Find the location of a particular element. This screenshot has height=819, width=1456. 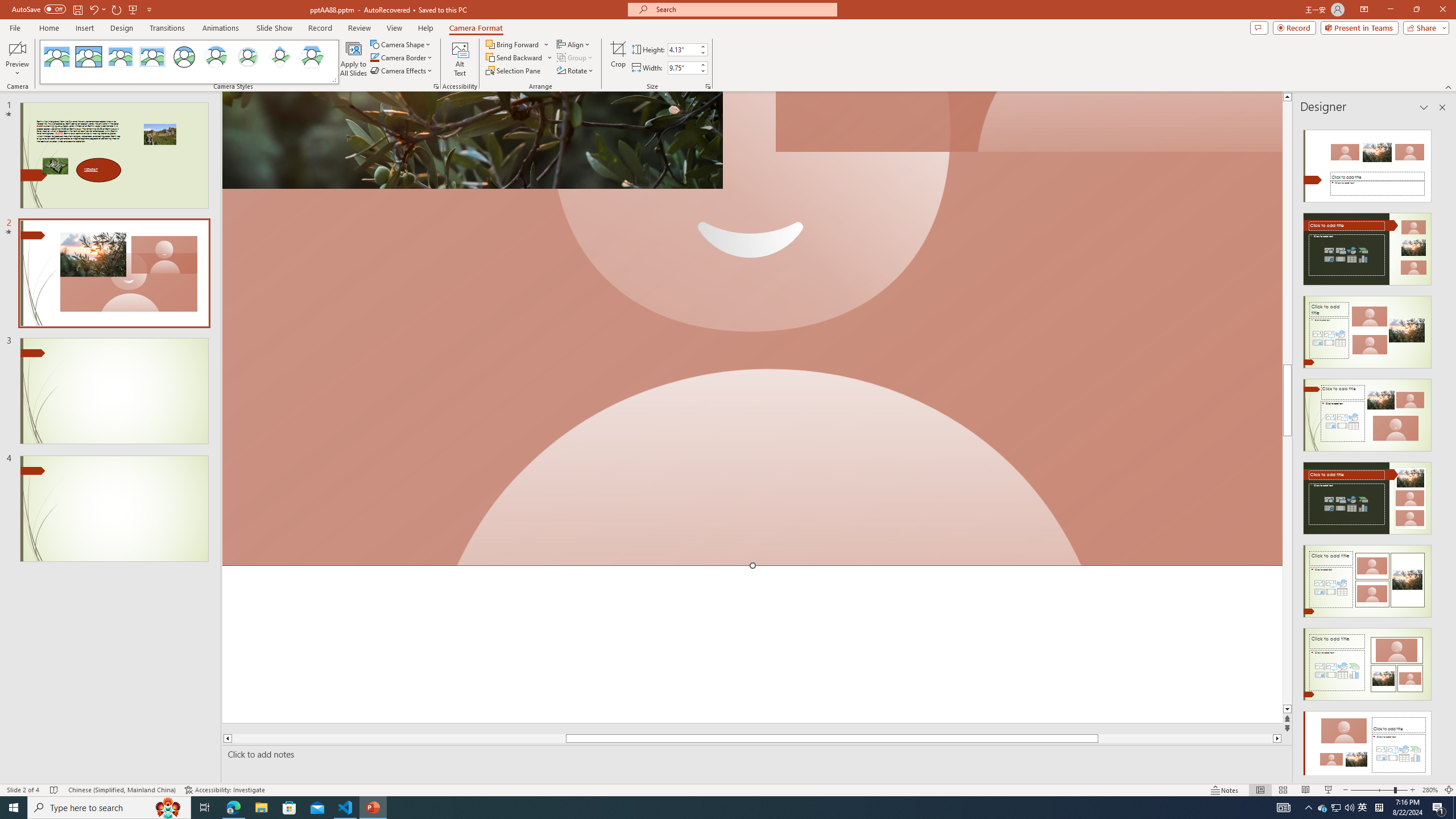

'Camera Border Teal, Accent 1' is located at coordinates (375, 56).